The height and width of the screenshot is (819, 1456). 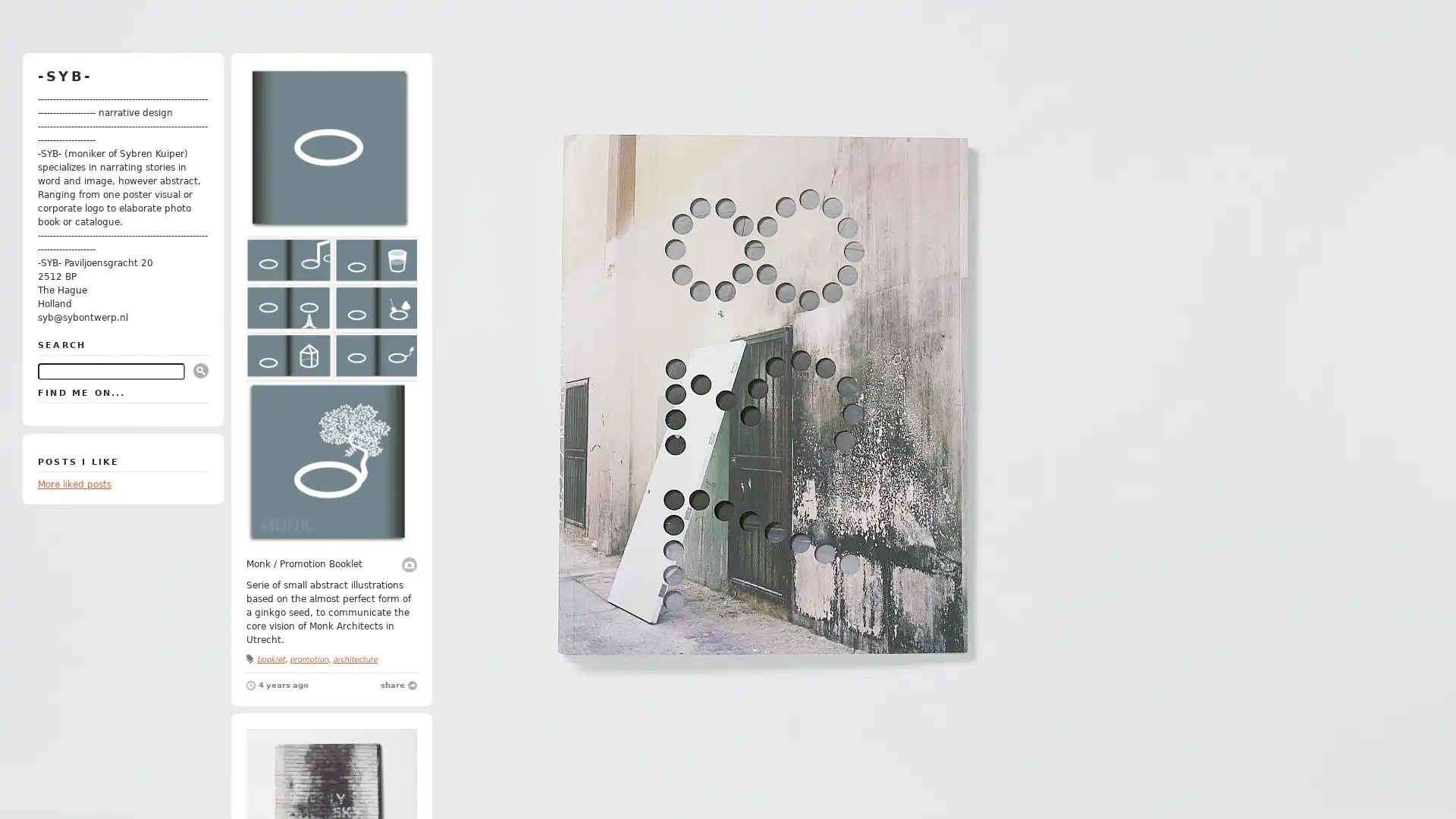 I want to click on Submit, so click(x=199, y=371).